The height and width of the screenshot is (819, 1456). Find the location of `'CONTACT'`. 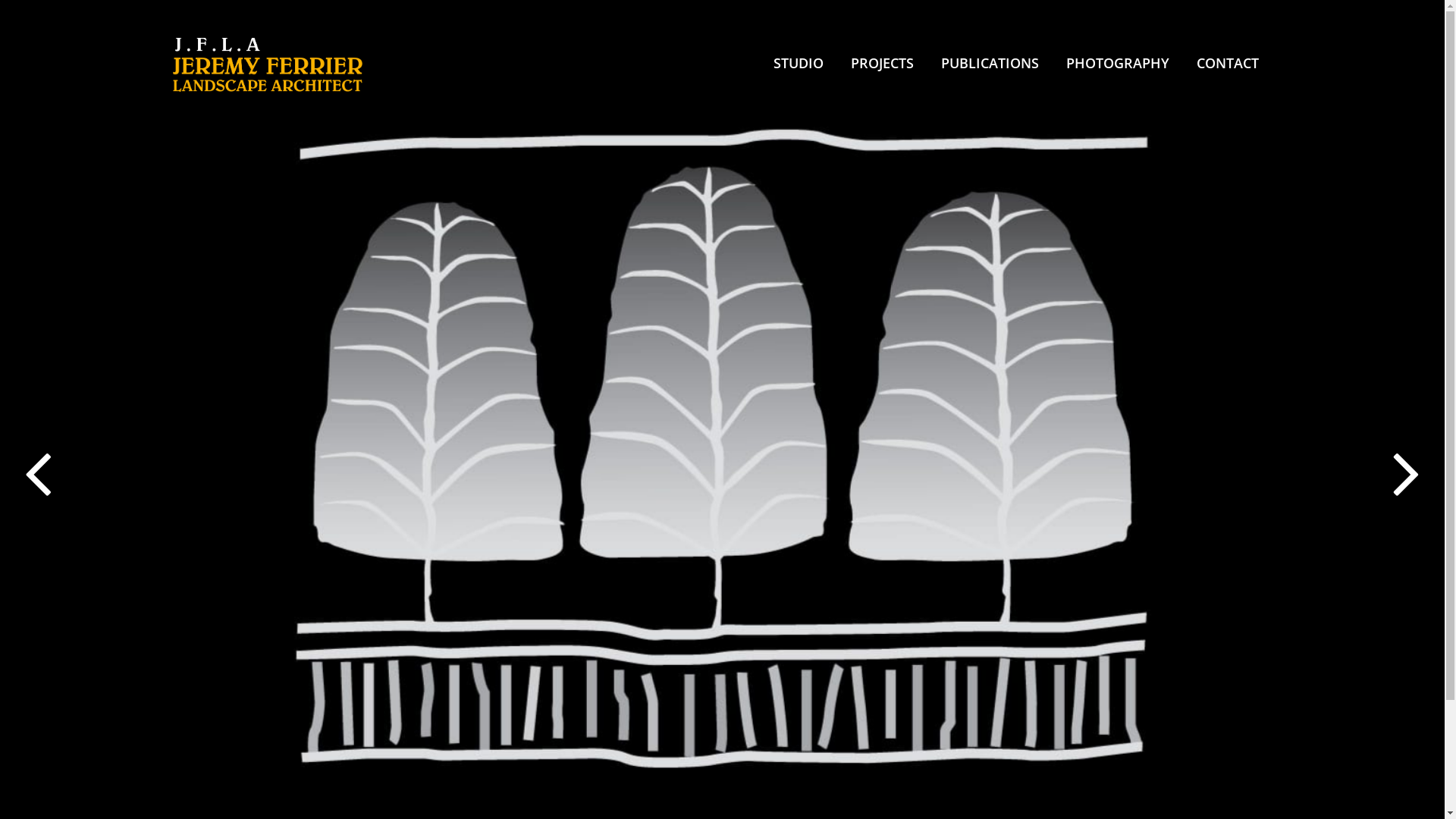

'CONTACT' is located at coordinates (1227, 62).